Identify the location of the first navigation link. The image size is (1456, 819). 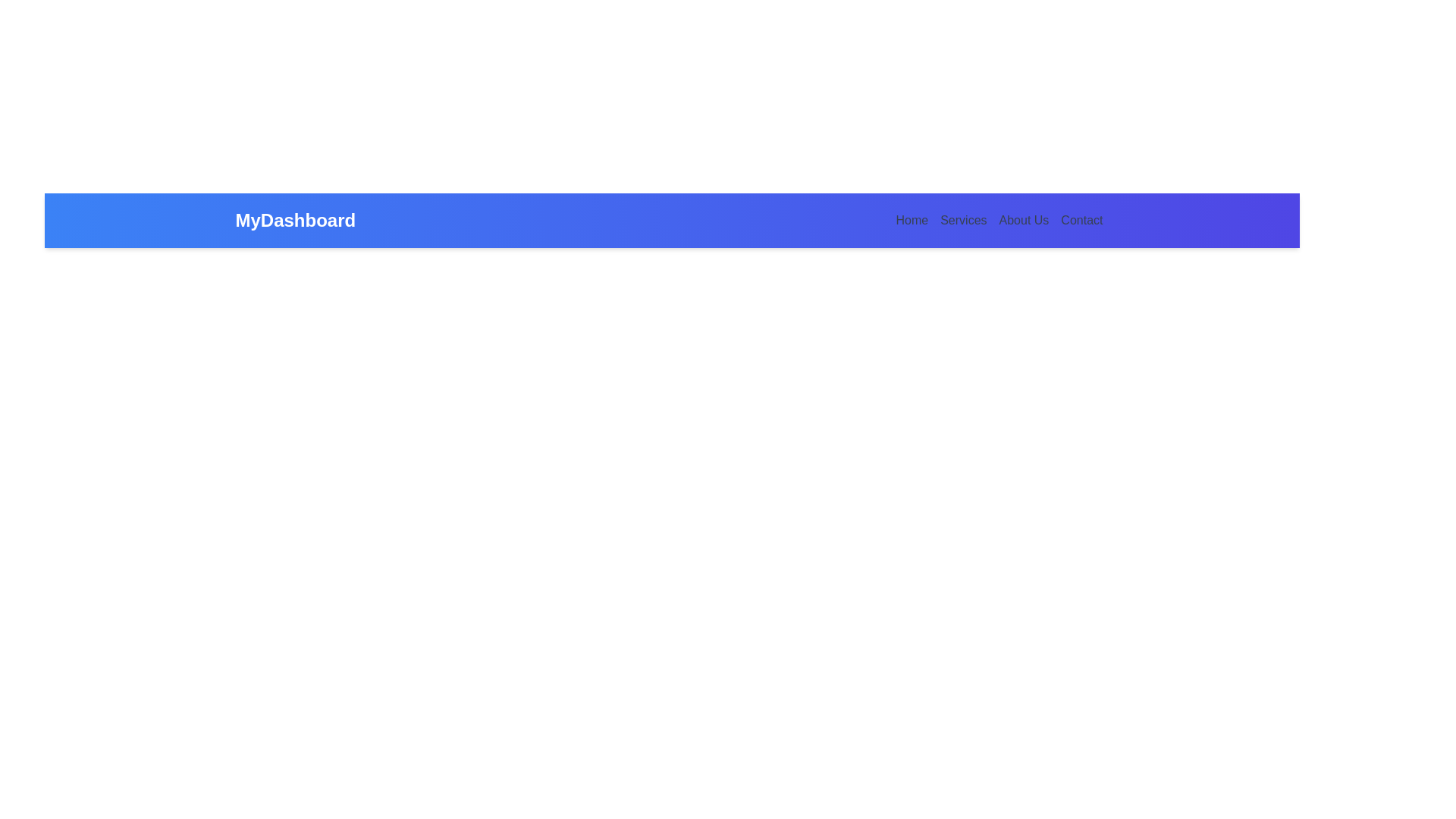
(911, 220).